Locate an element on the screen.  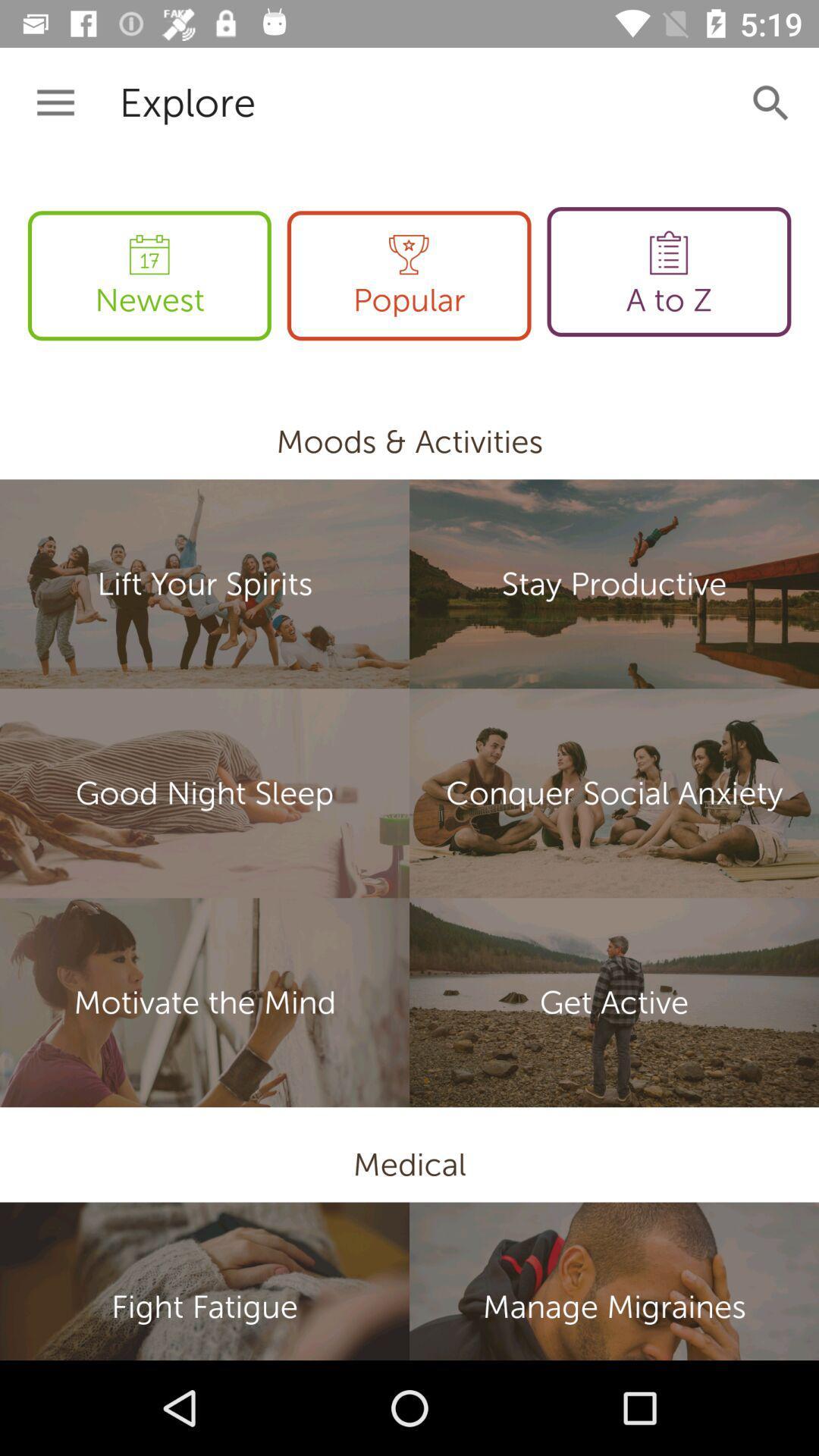
the item next to the popular item is located at coordinates (668, 271).